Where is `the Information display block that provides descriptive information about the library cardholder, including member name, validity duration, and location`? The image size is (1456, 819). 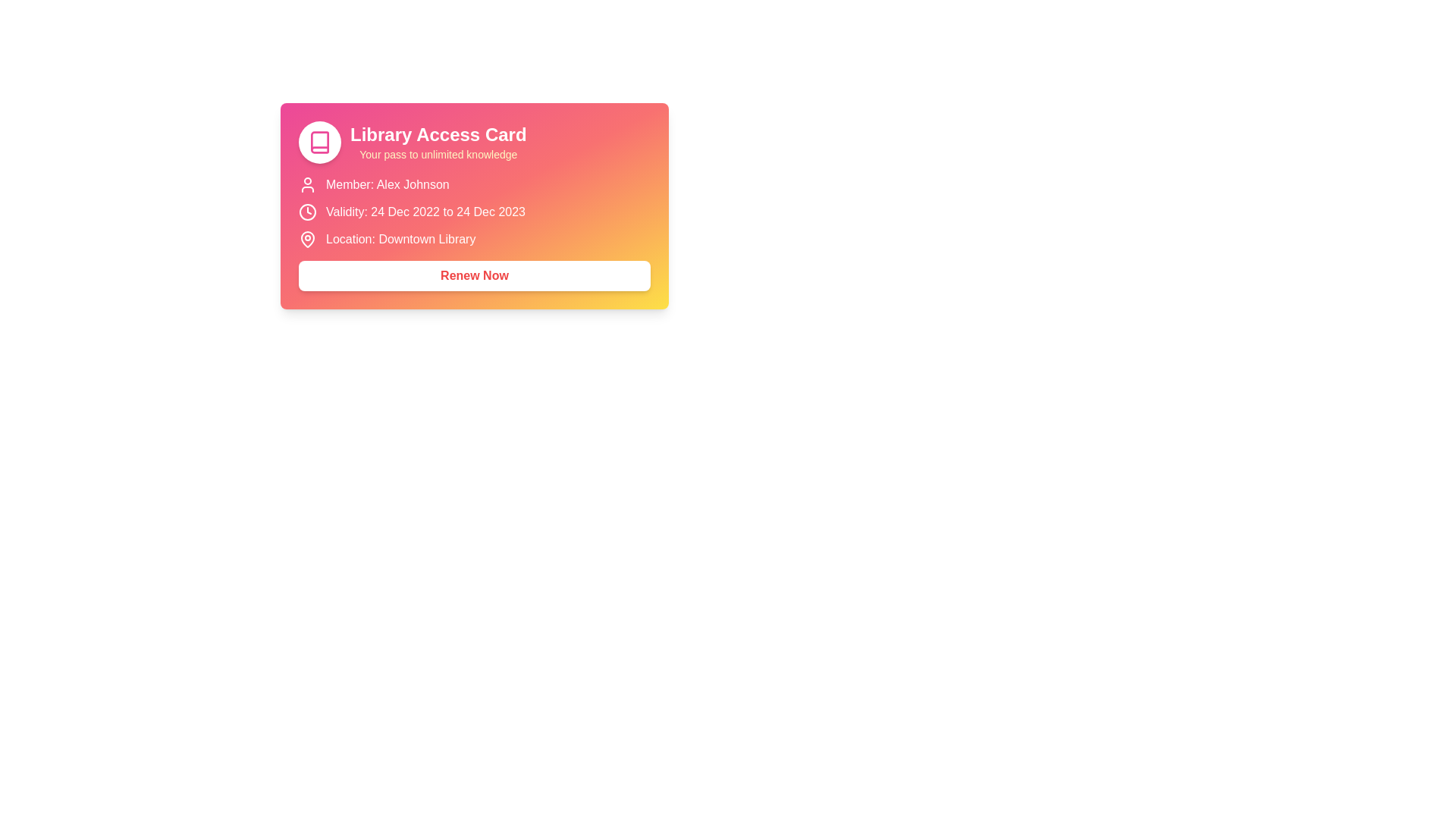 the Information display block that provides descriptive information about the library cardholder, including member name, validity duration, and location is located at coordinates (473, 212).